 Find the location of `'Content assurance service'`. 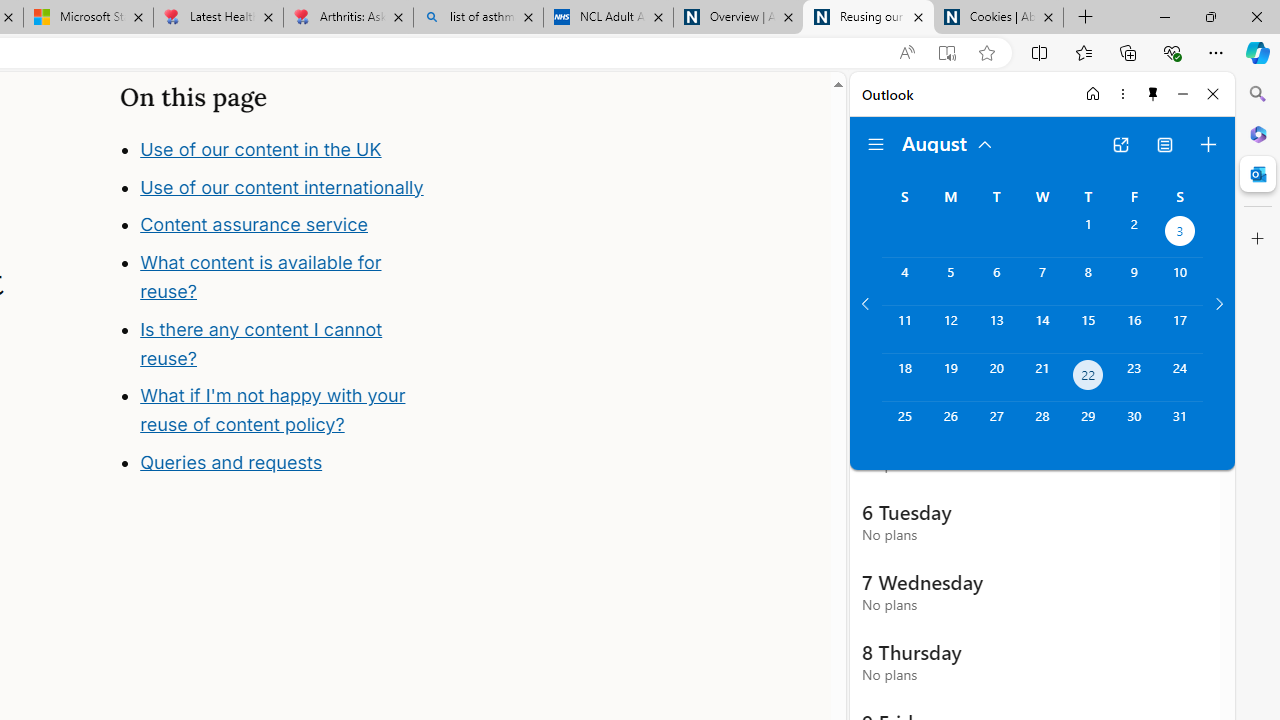

'Content assurance service' is located at coordinates (253, 225).